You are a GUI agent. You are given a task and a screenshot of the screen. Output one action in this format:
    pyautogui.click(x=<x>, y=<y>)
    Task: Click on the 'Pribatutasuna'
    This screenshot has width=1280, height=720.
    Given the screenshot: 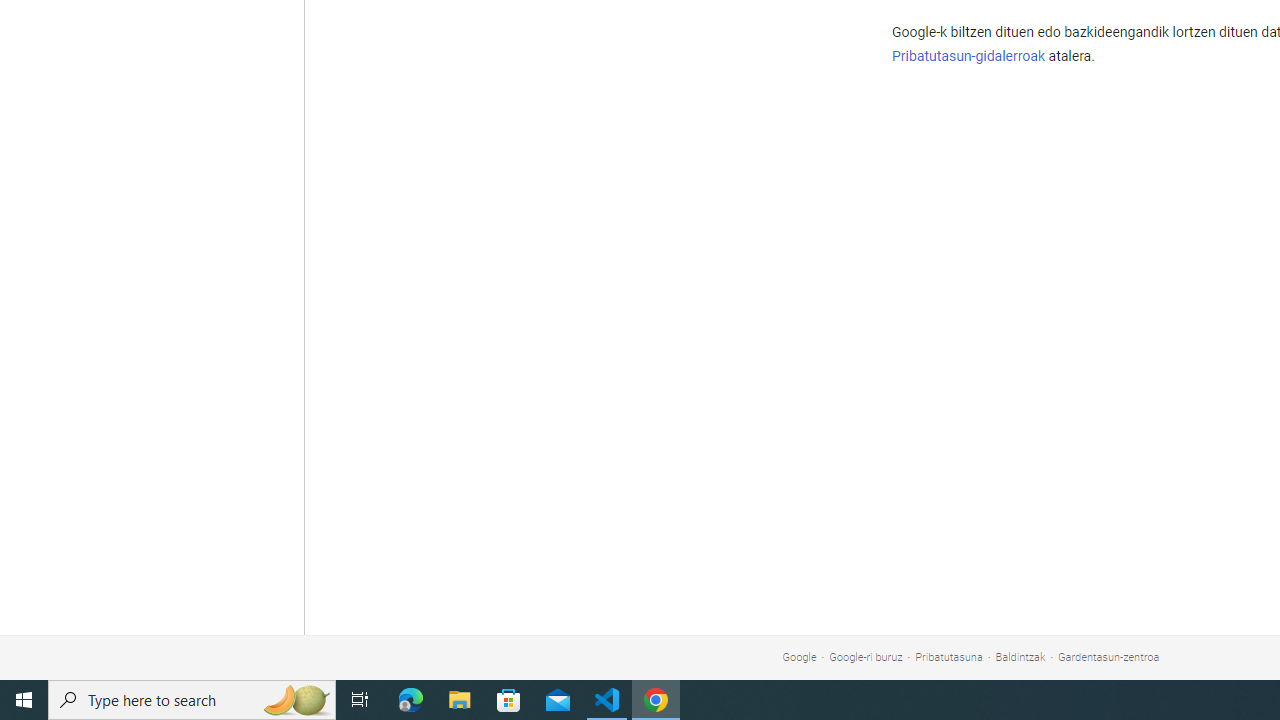 What is the action you would take?
    pyautogui.click(x=948, y=657)
    